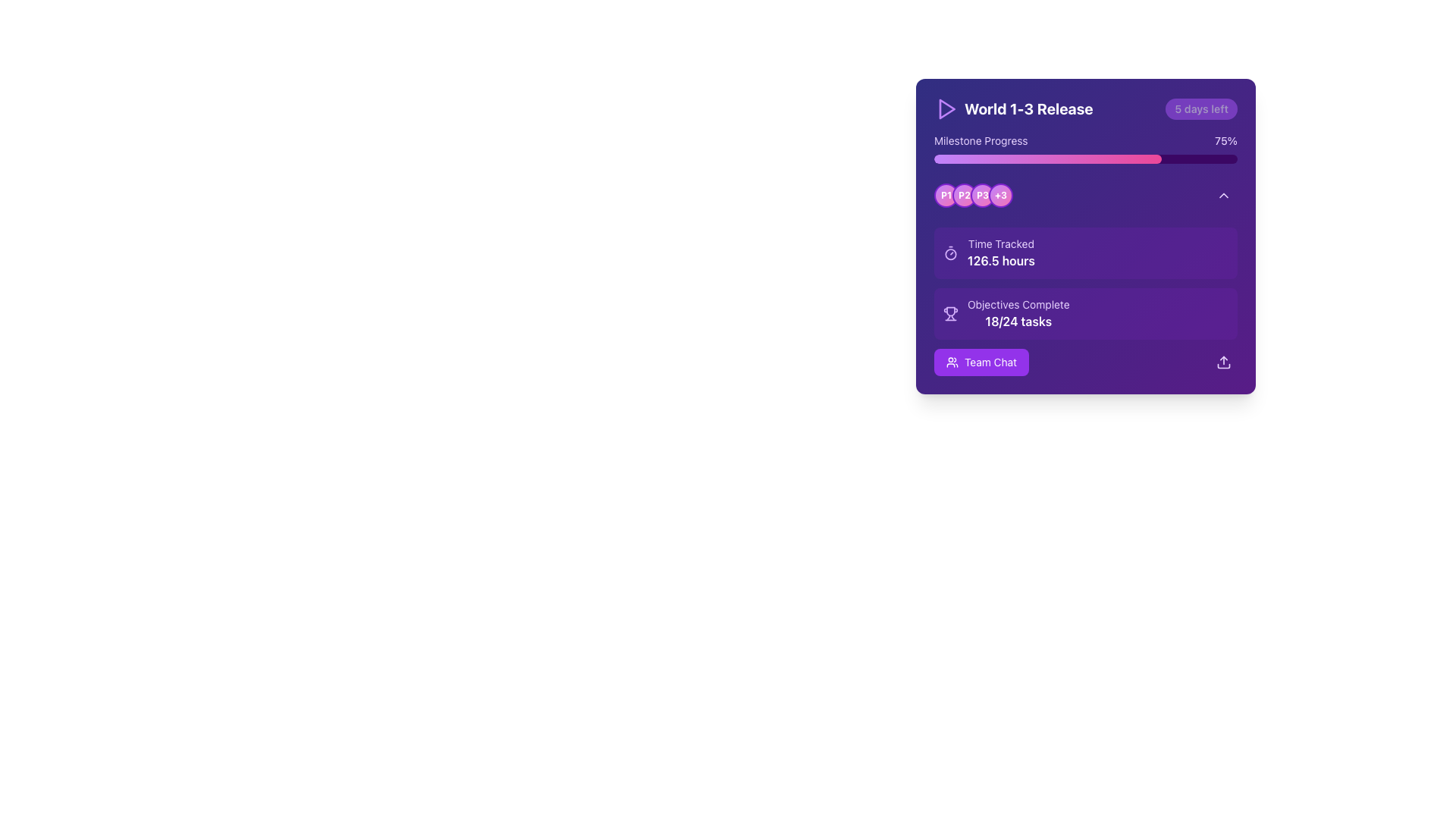 The height and width of the screenshot is (819, 1456). Describe the element at coordinates (946, 108) in the screenshot. I see `the play icon located at the top-left corner of the 'World 1-3 Release' card` at that location.